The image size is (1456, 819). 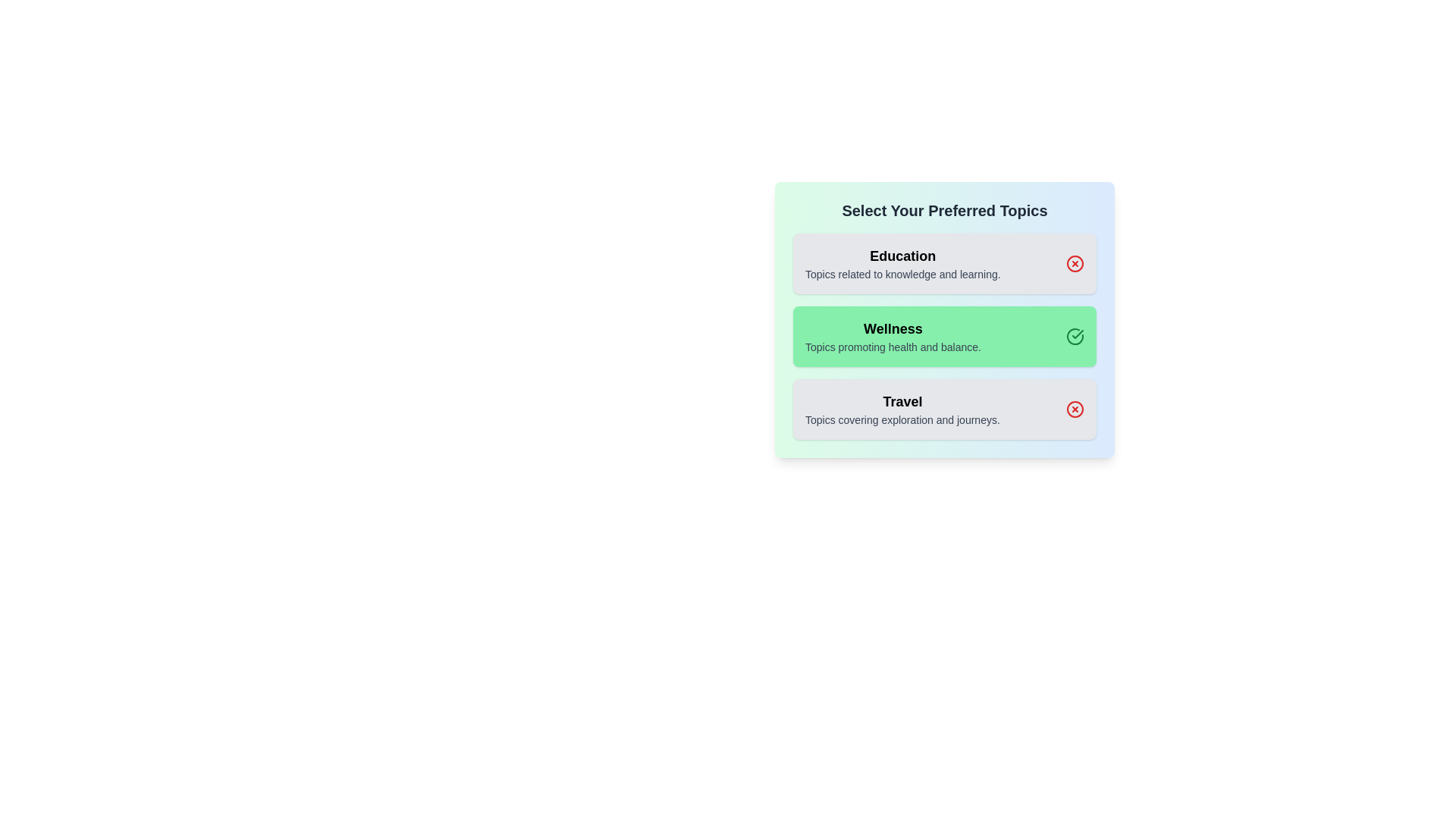 I want to click on the topic Education to view its description, so click(x=902, y=262).